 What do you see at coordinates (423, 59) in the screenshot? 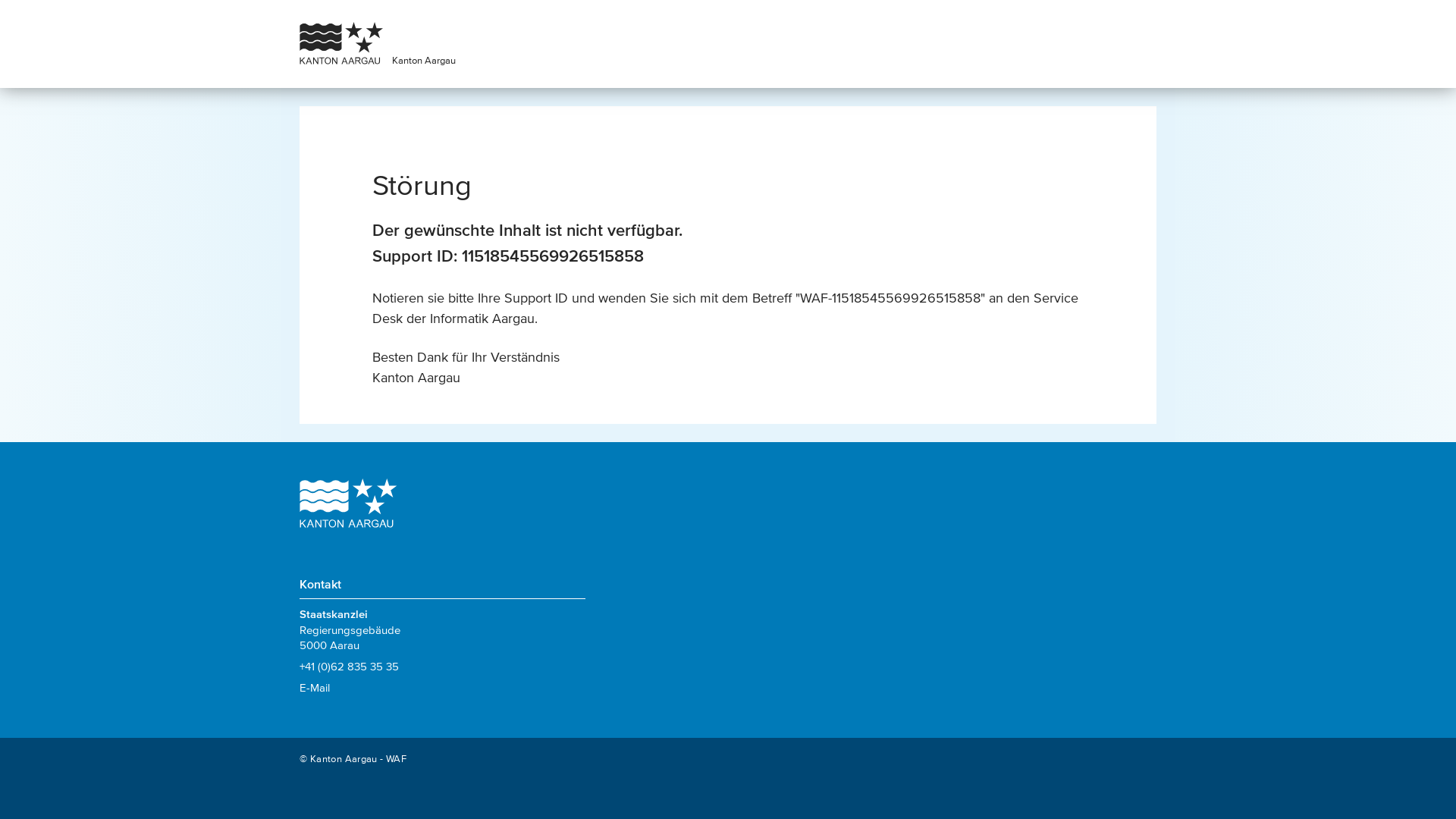
I see `'Kanton Aargau'` at bounding box center [423, 59].